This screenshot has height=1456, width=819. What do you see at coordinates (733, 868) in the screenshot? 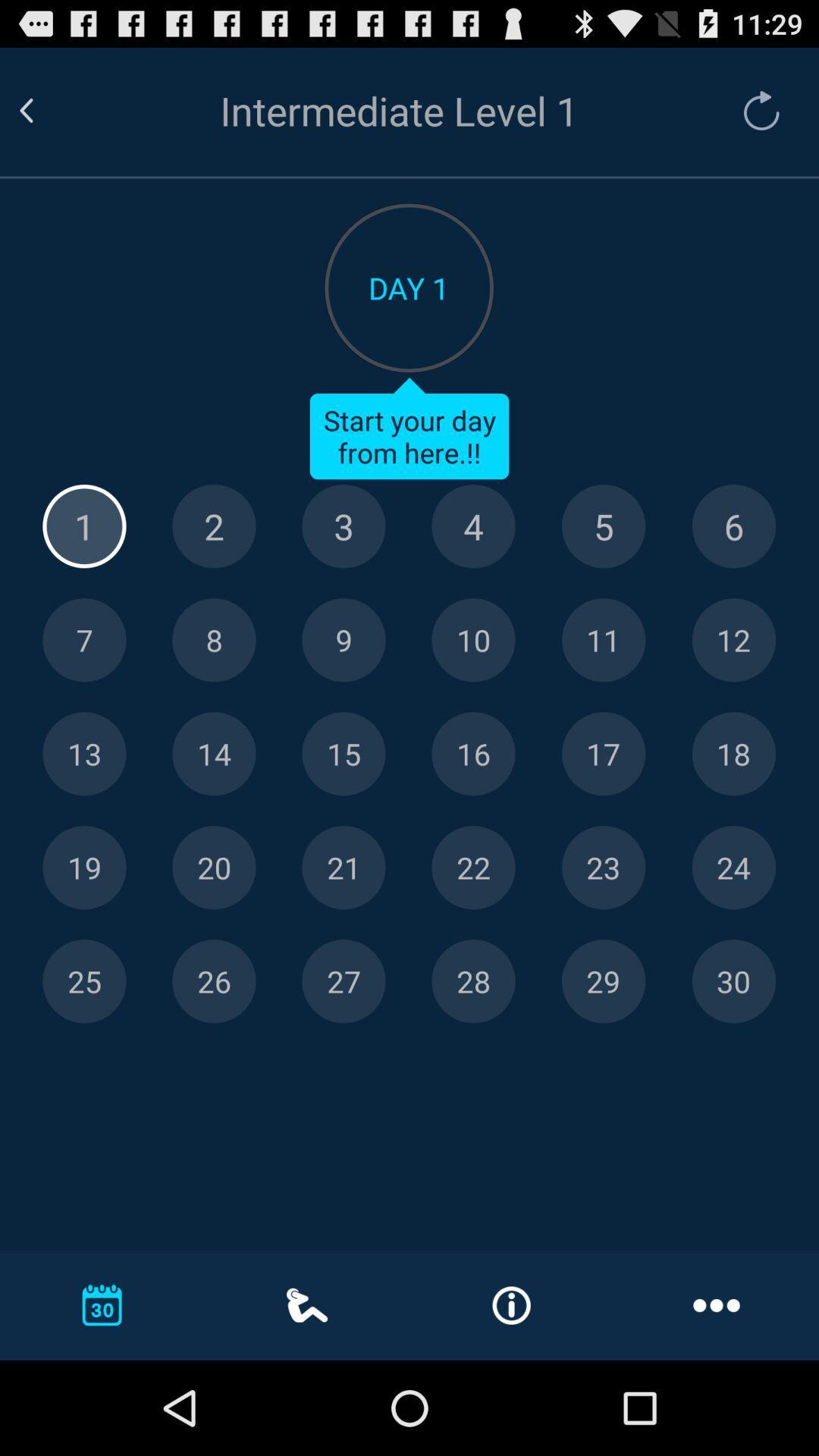
I see `open the 24th day` at bounding box center [733, 868].